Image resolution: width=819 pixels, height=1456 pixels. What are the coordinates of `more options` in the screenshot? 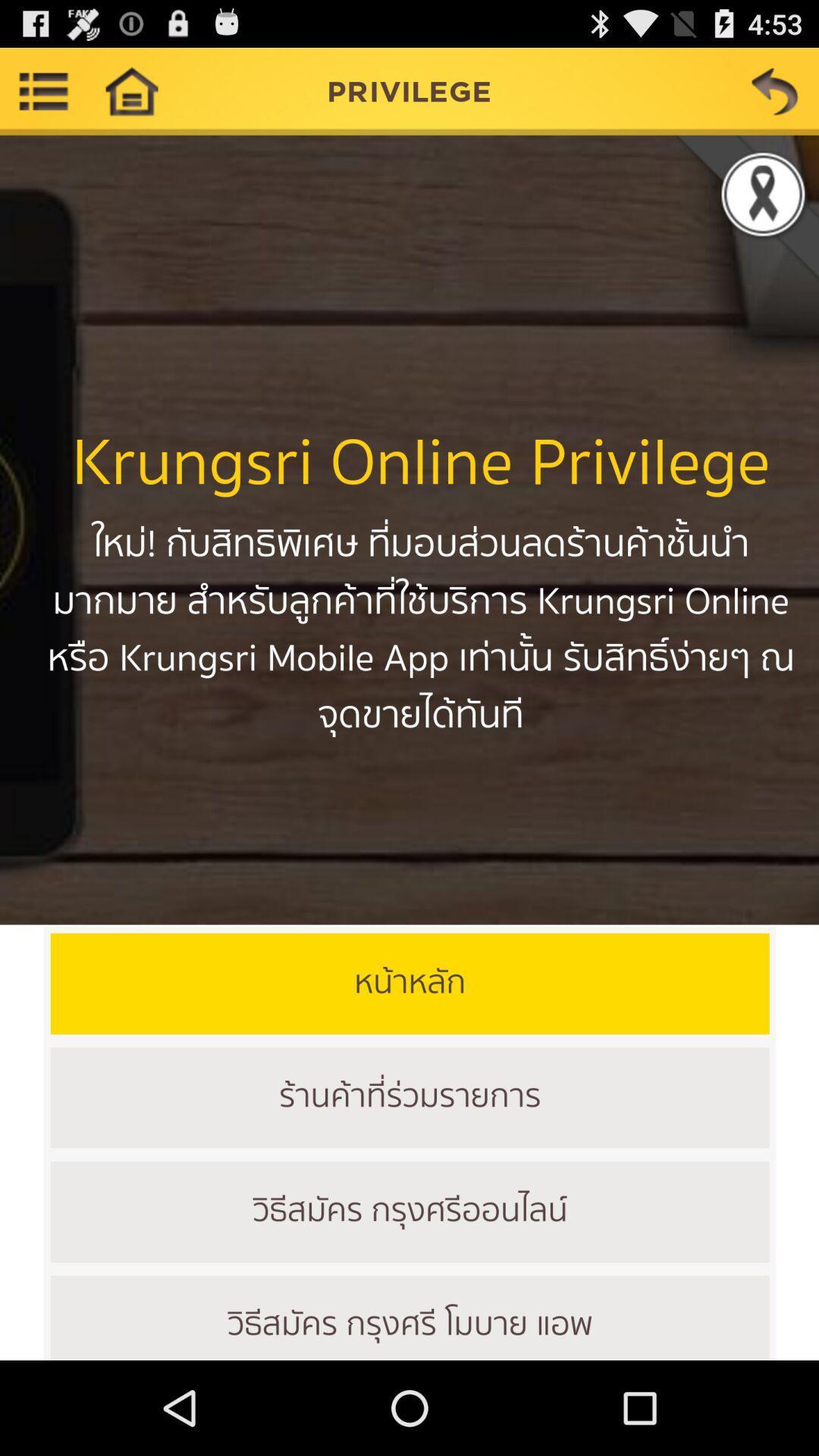 It's located at (42, 90).